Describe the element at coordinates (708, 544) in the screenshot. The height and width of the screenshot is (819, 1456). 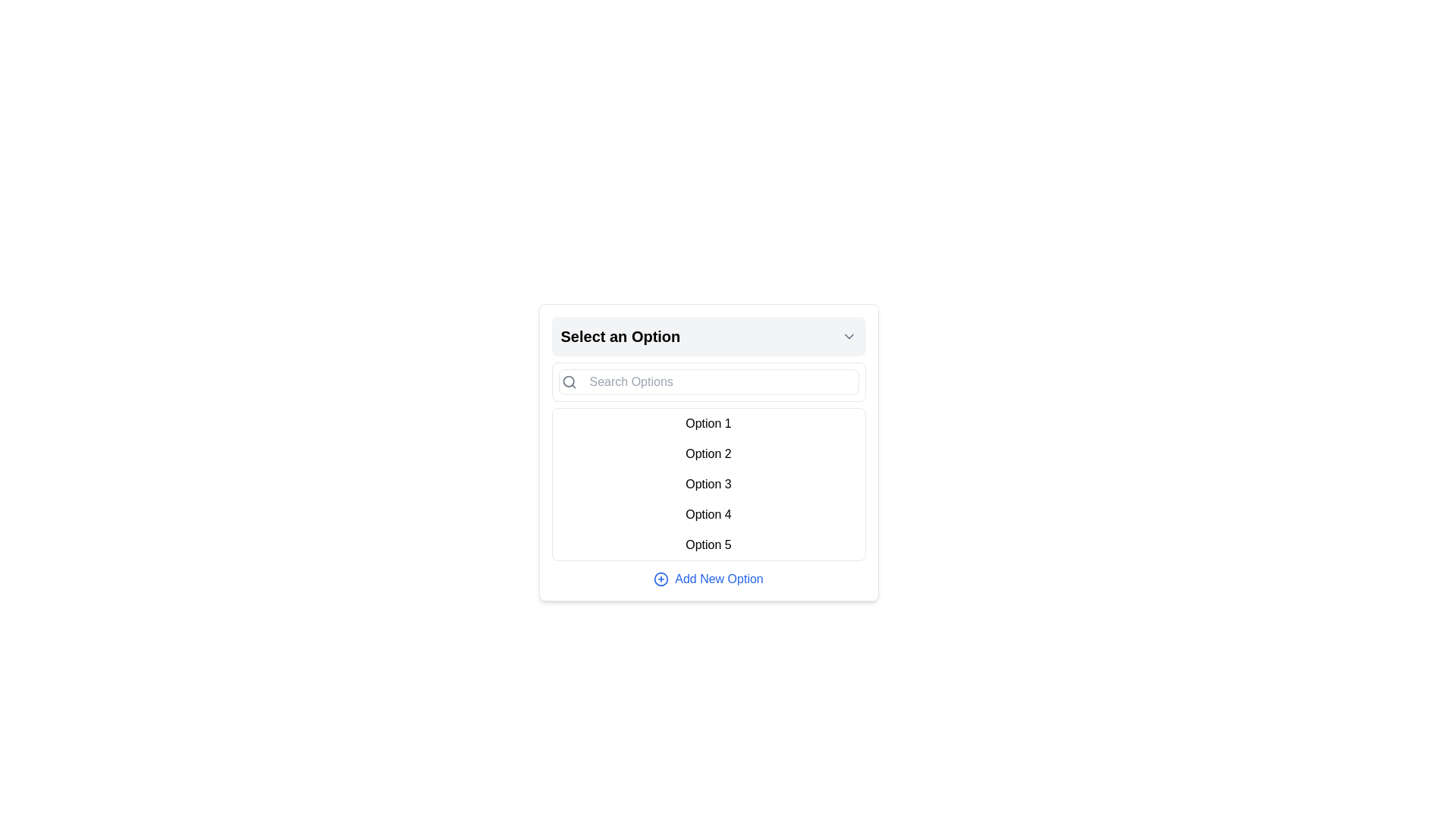
I see `the list item displaying 'Option 5' in a dropdown selection list` at that location.